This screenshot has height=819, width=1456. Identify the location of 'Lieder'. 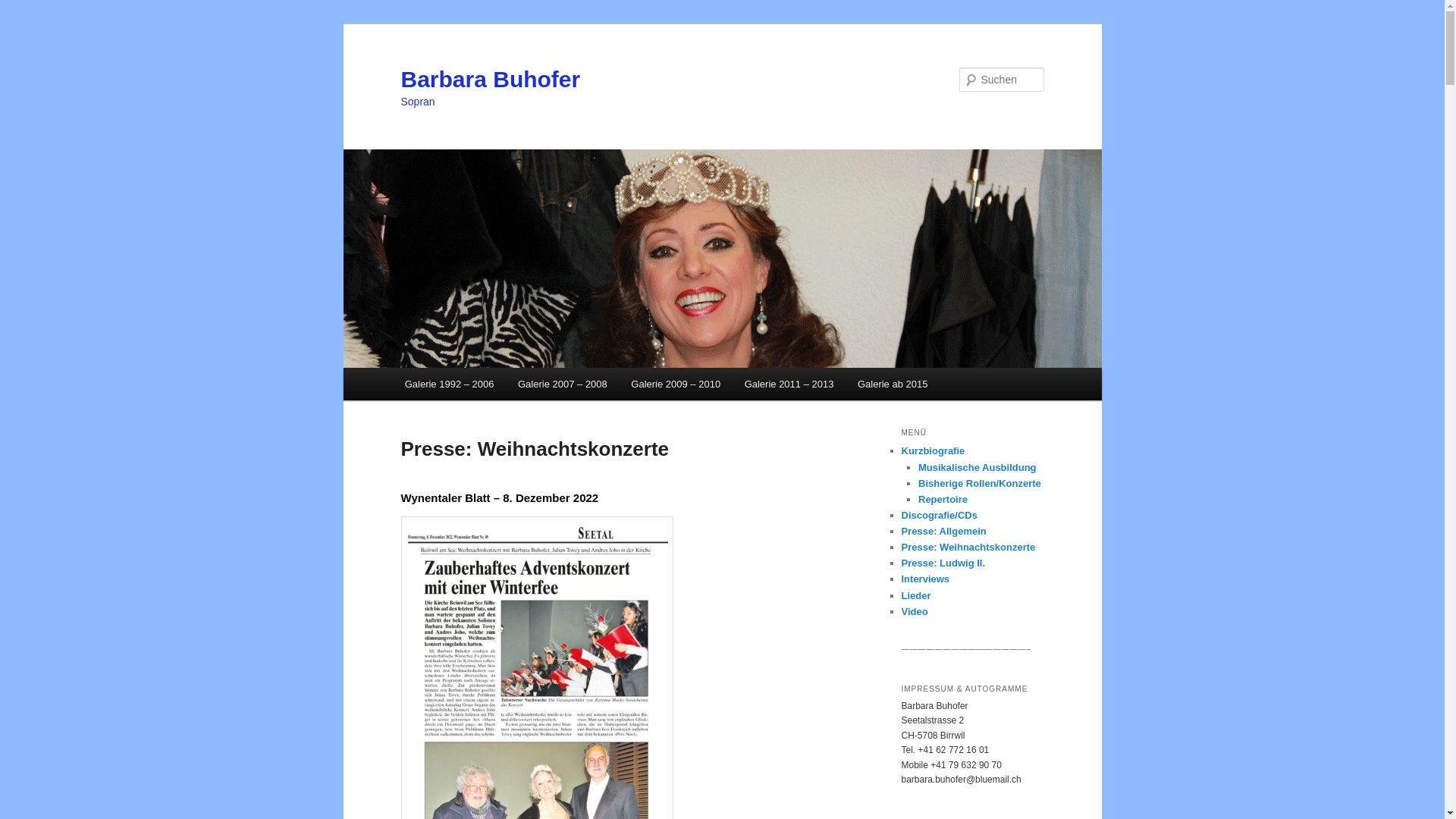
(915, 595).